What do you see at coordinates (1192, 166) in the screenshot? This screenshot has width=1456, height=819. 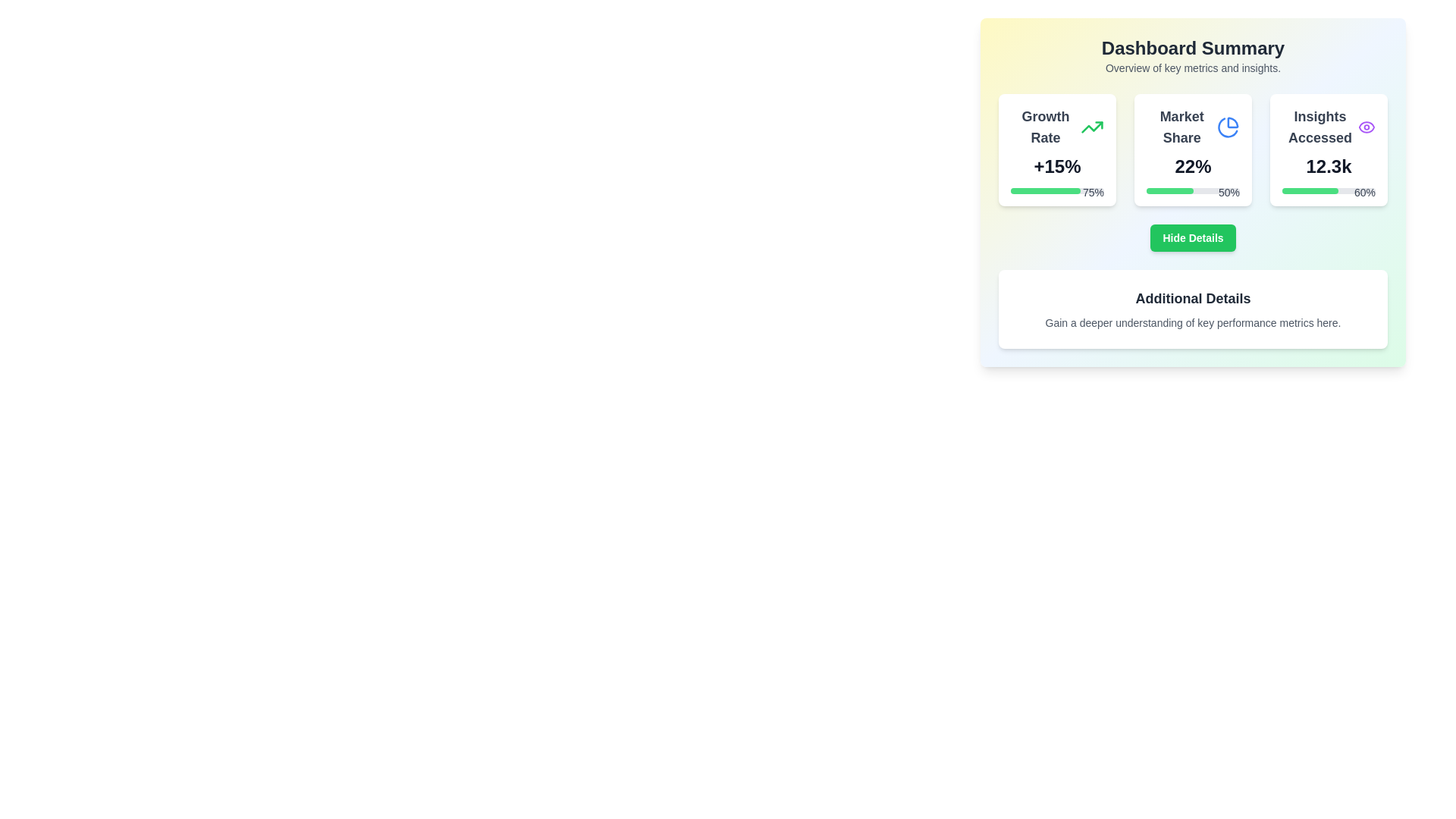 I see `the static text displaying '22%' in bold, large black font, located in the market share component of the dashboard layout` at bounding box center [1192, 166].